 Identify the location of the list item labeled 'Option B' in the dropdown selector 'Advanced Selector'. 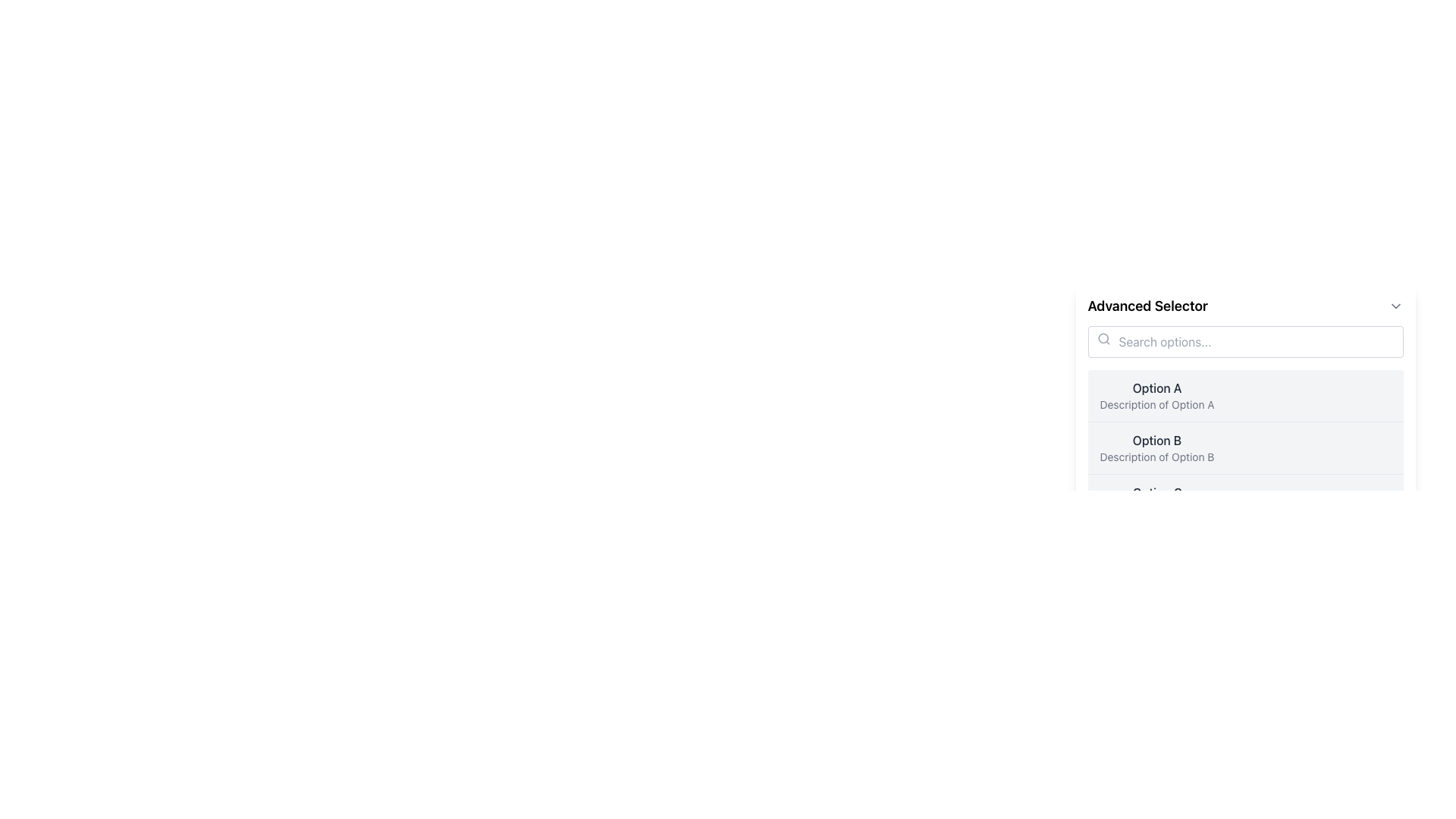
(1156, 447).